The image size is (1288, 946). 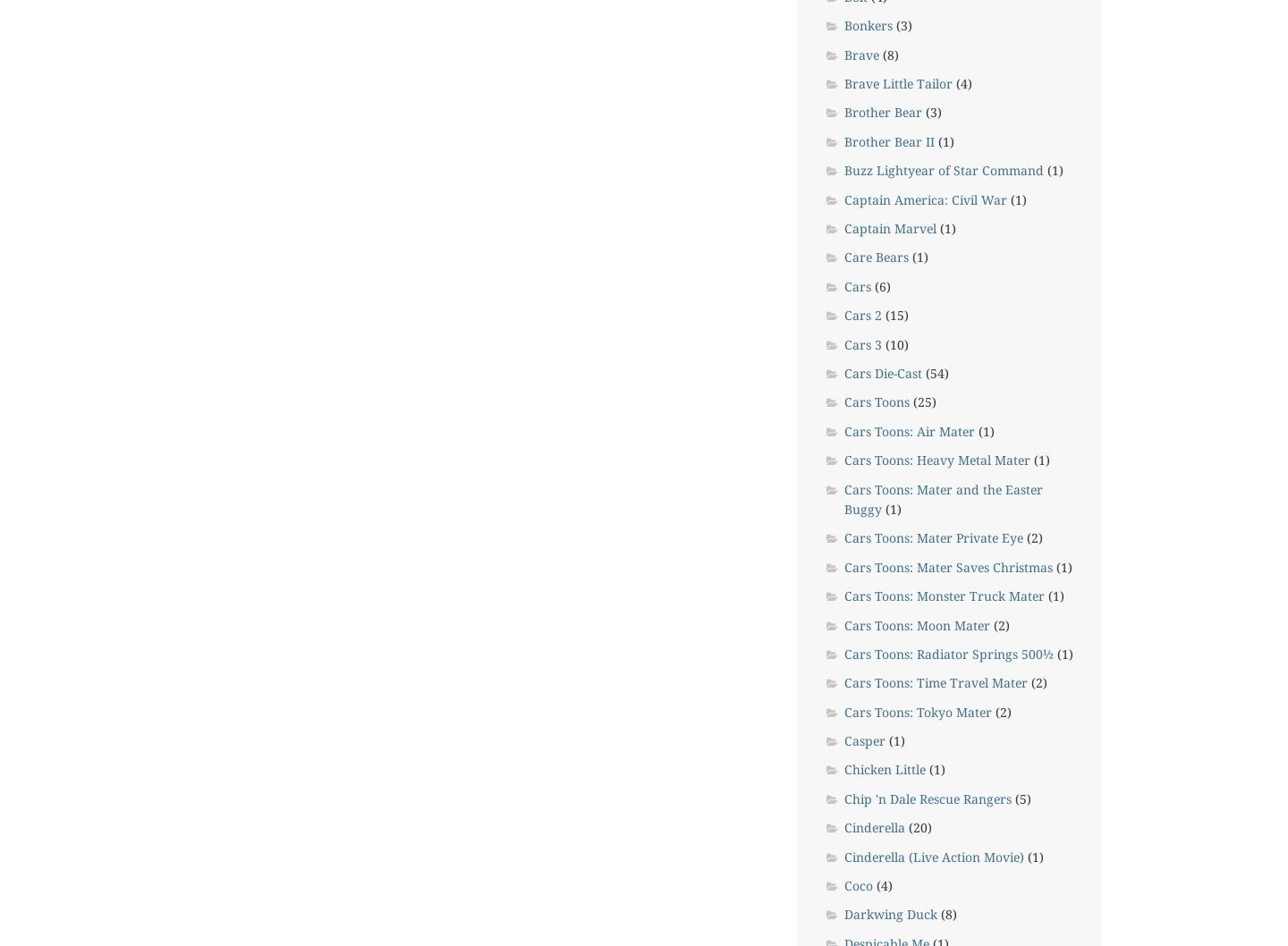 What do you see at coordinates (843, 459) in the screenshot?
I see `'Cars Toons: Heavy Metal Mater'` at bounding box center [843, 459].